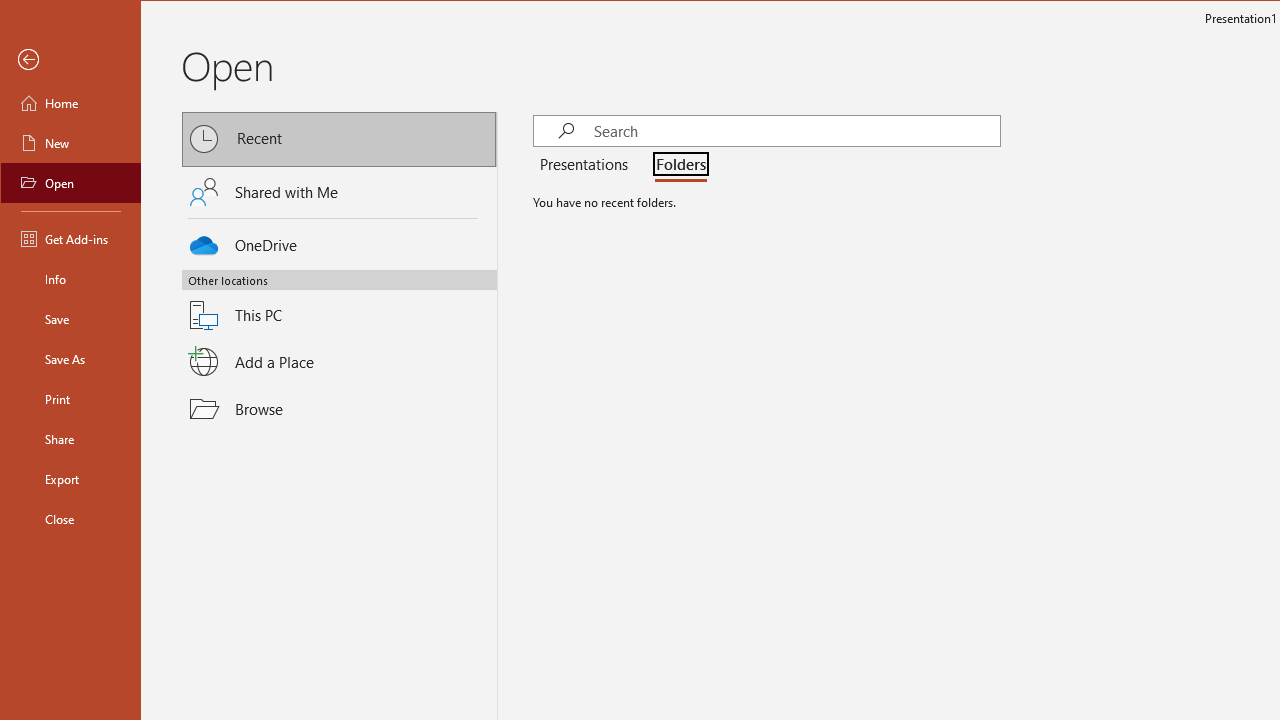  Describe the element at coordinates (71, 479) in the screenshot. I see `'Export'` at that location.